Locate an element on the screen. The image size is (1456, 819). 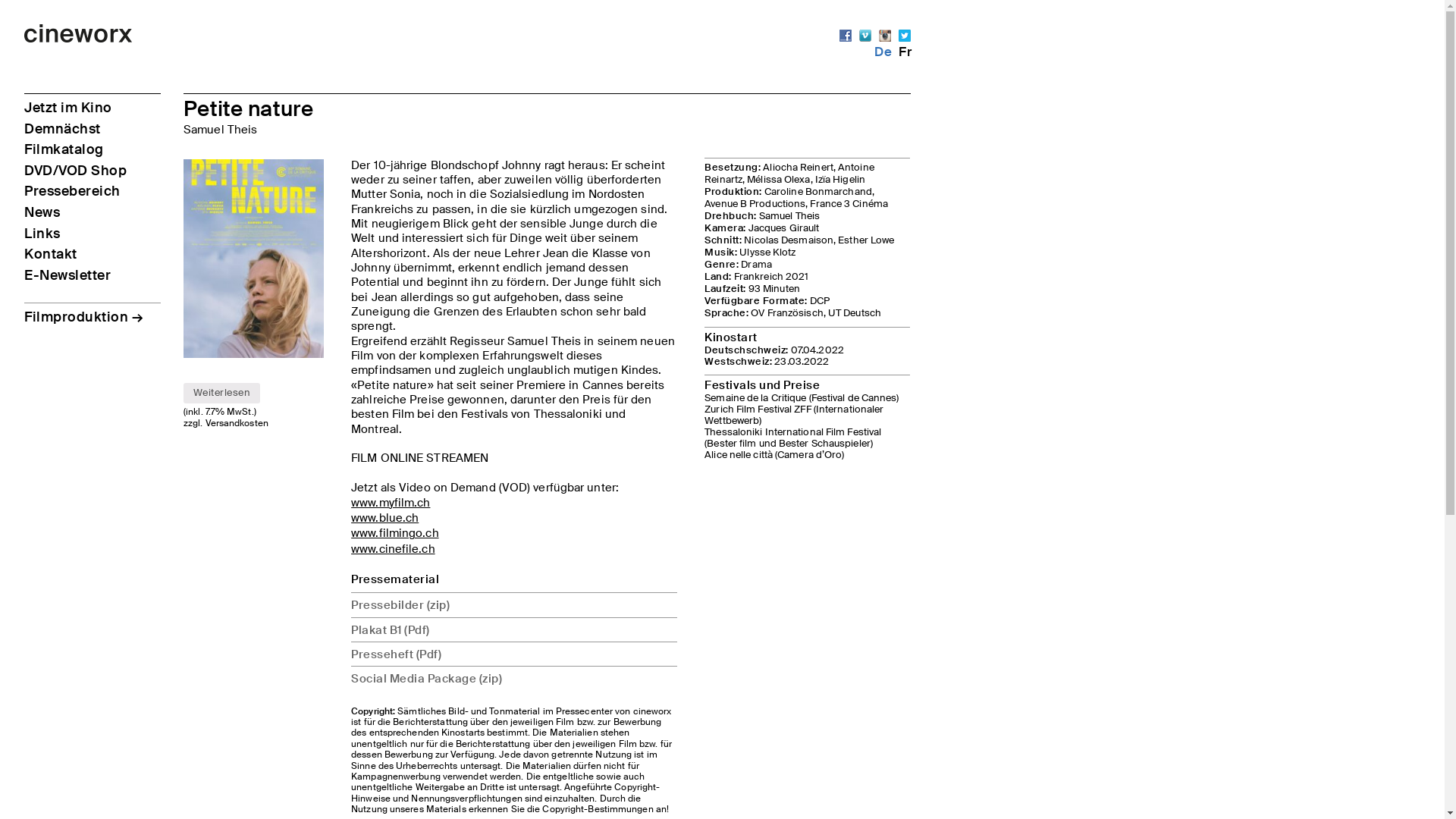
'Skip to content' is located at coordinates (24, 24).